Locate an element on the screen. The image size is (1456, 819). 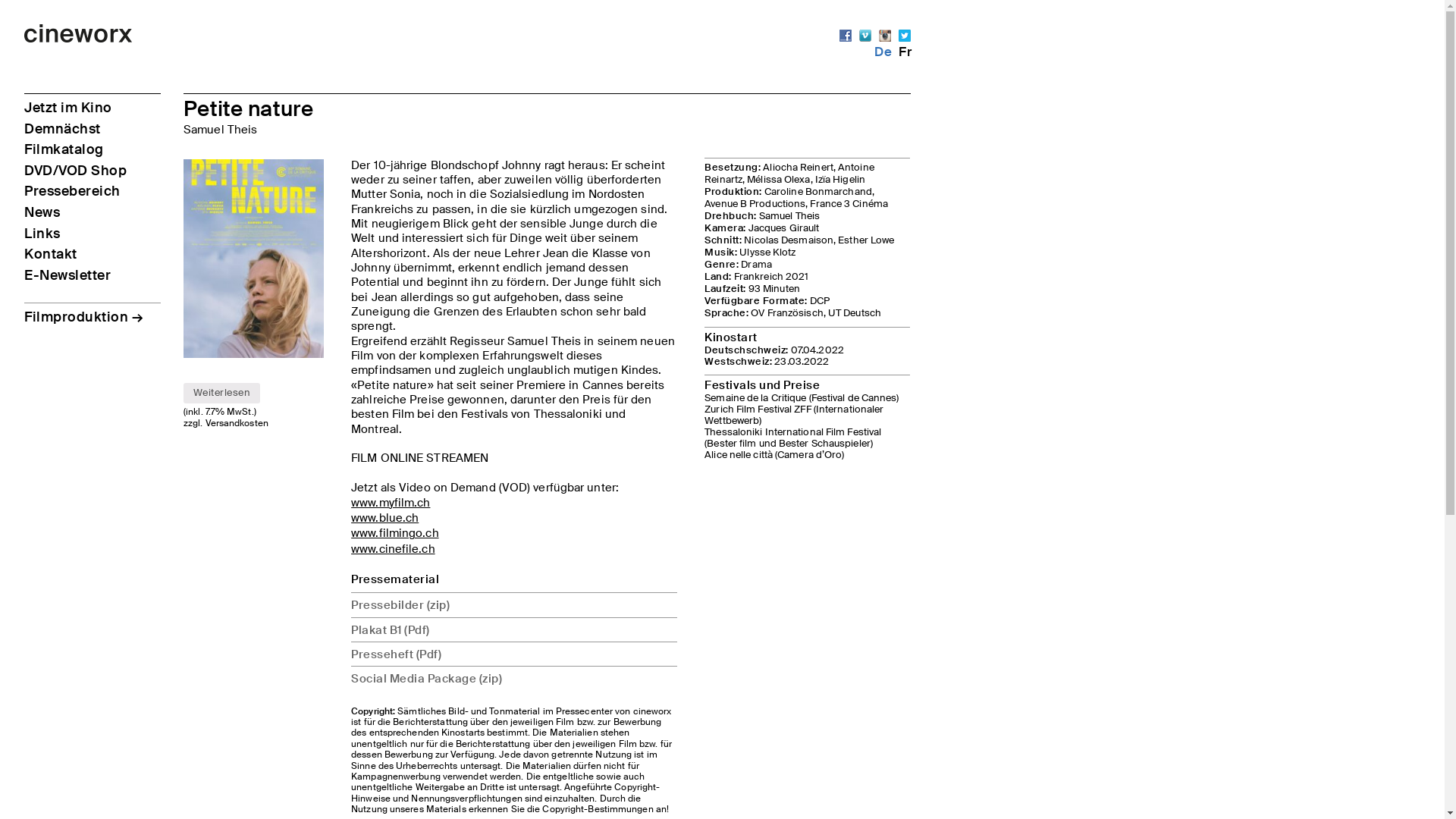
'Skip to content' is located at coordinates (24, 24).